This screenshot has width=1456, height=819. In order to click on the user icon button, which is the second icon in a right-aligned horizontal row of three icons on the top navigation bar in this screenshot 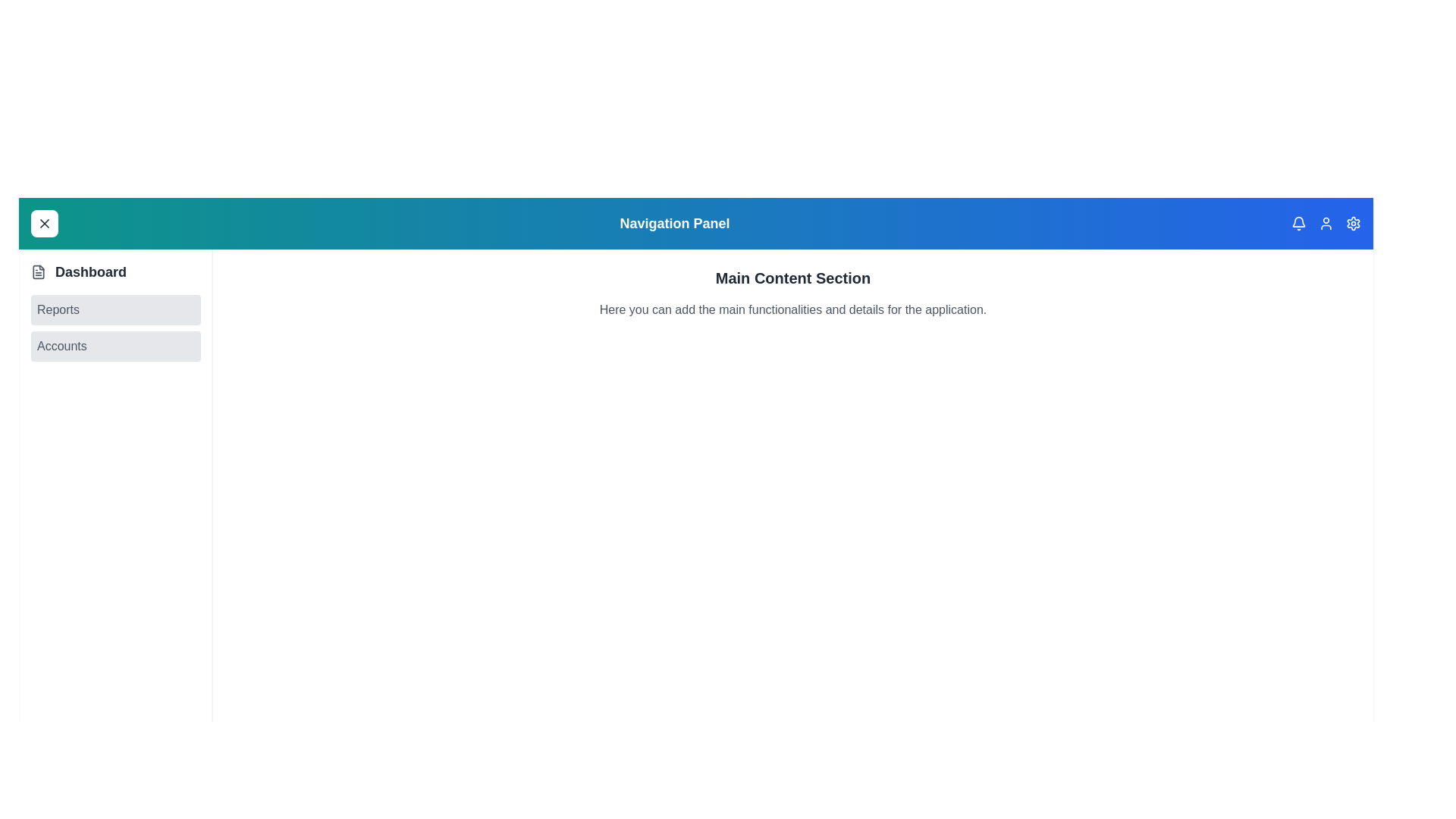, I will do `click(1325, 223)`.